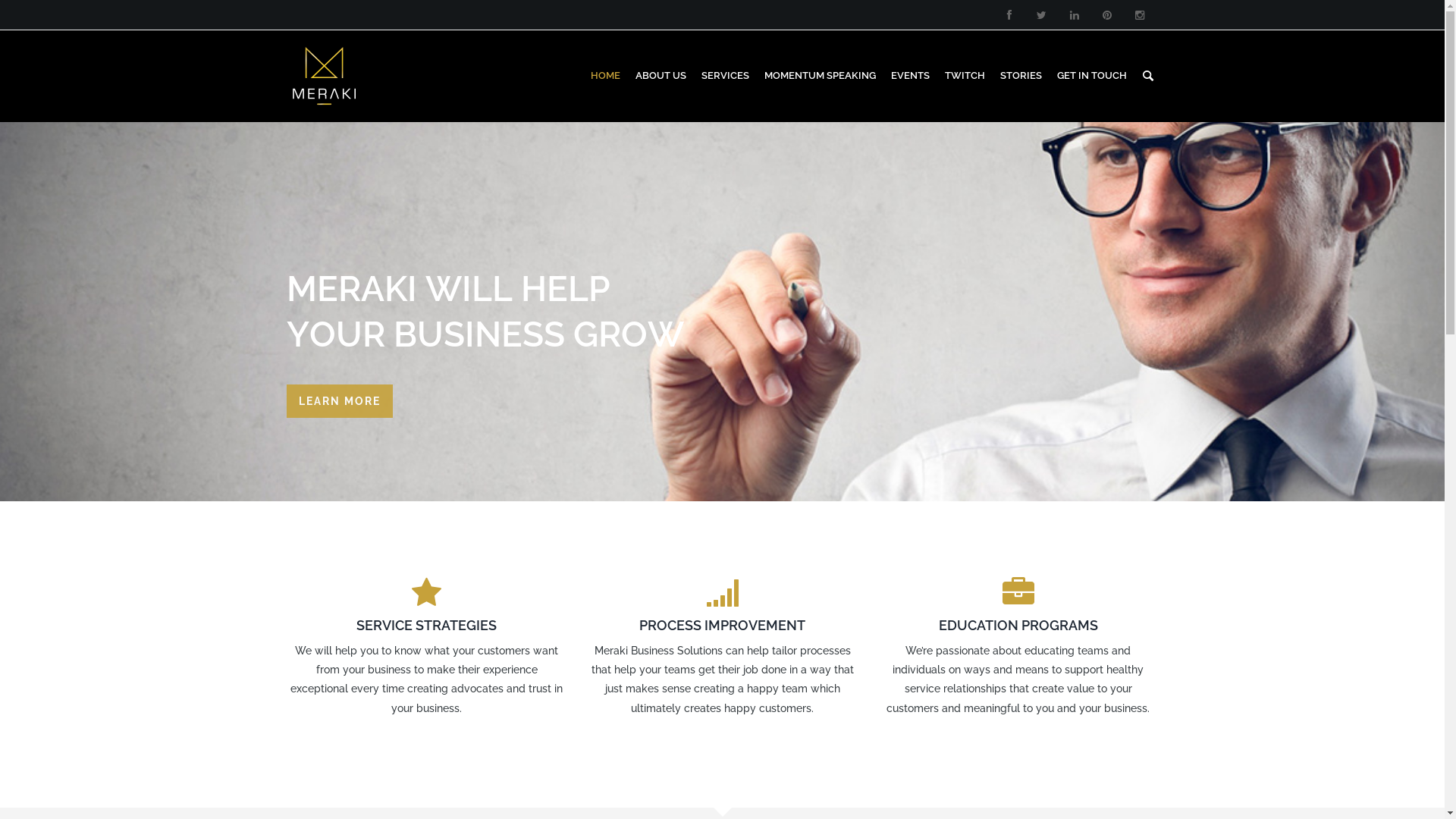 Image resolution: width=1456 pixels, height=819 pixels. What do you see at coordinates (1106, 14) in the screenshot?
I see `'pinterest'` at bounding box center [1106, 14].